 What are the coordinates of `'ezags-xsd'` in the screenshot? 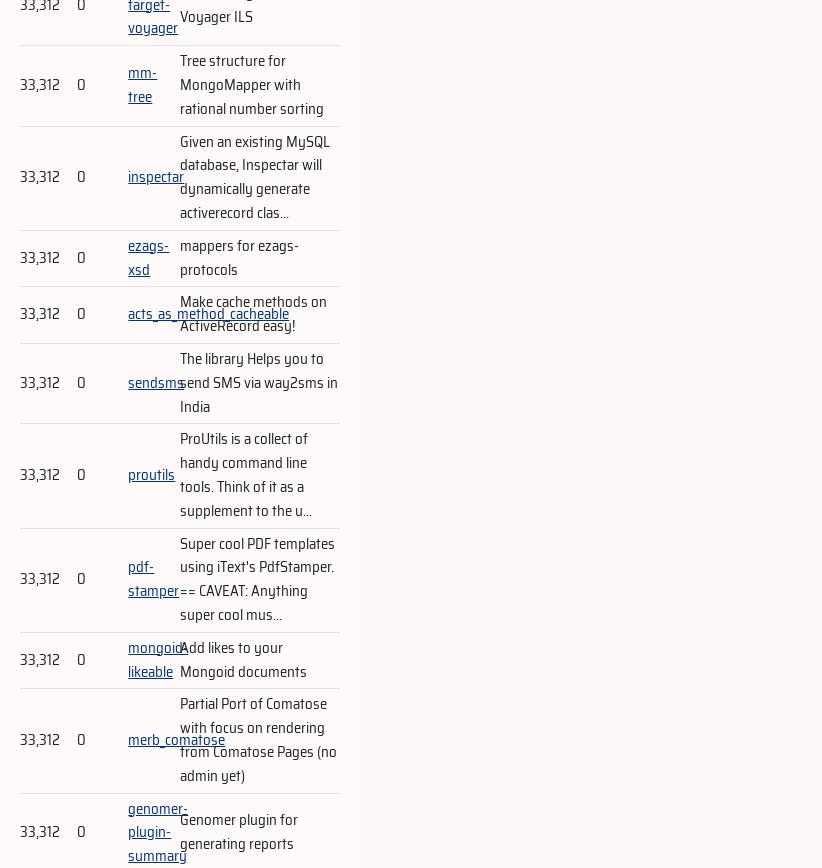 It's located at (148, 257).